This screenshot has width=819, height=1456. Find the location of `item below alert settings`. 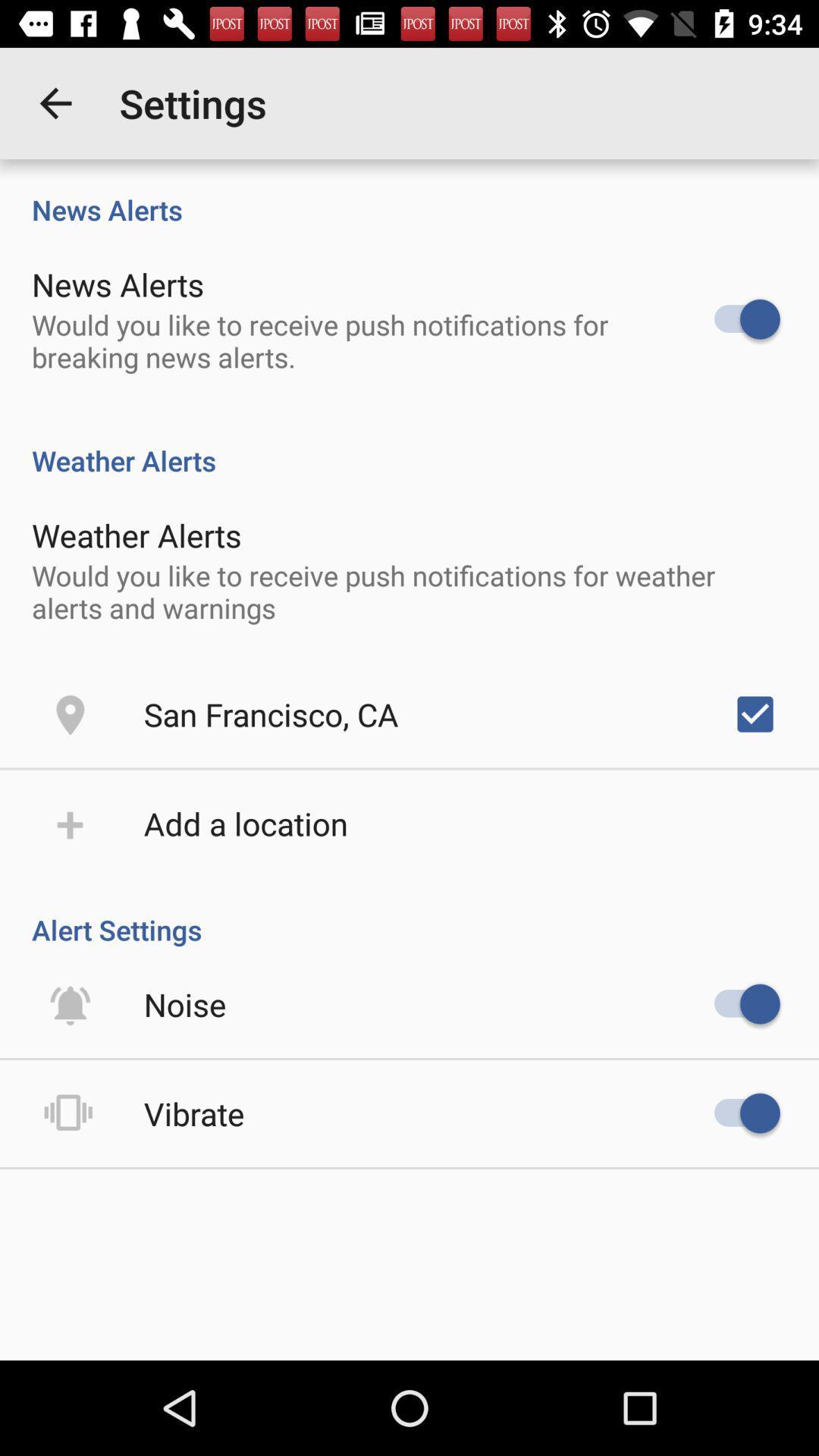

item below alert settings is located at coordinates (184, 1004).